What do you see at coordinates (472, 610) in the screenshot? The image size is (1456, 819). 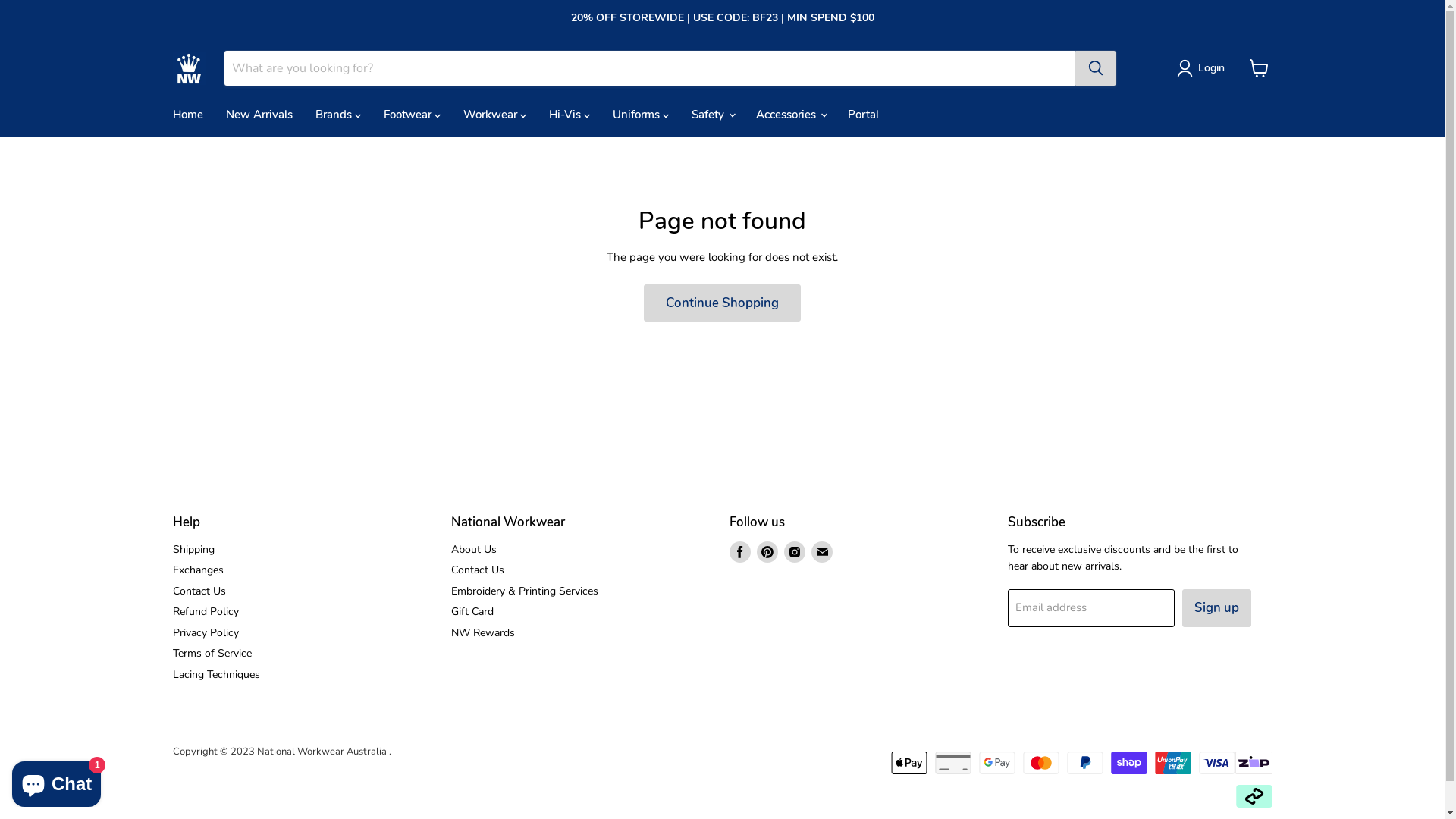 I see `'Gift Card'` at bounding box center [472, 610].